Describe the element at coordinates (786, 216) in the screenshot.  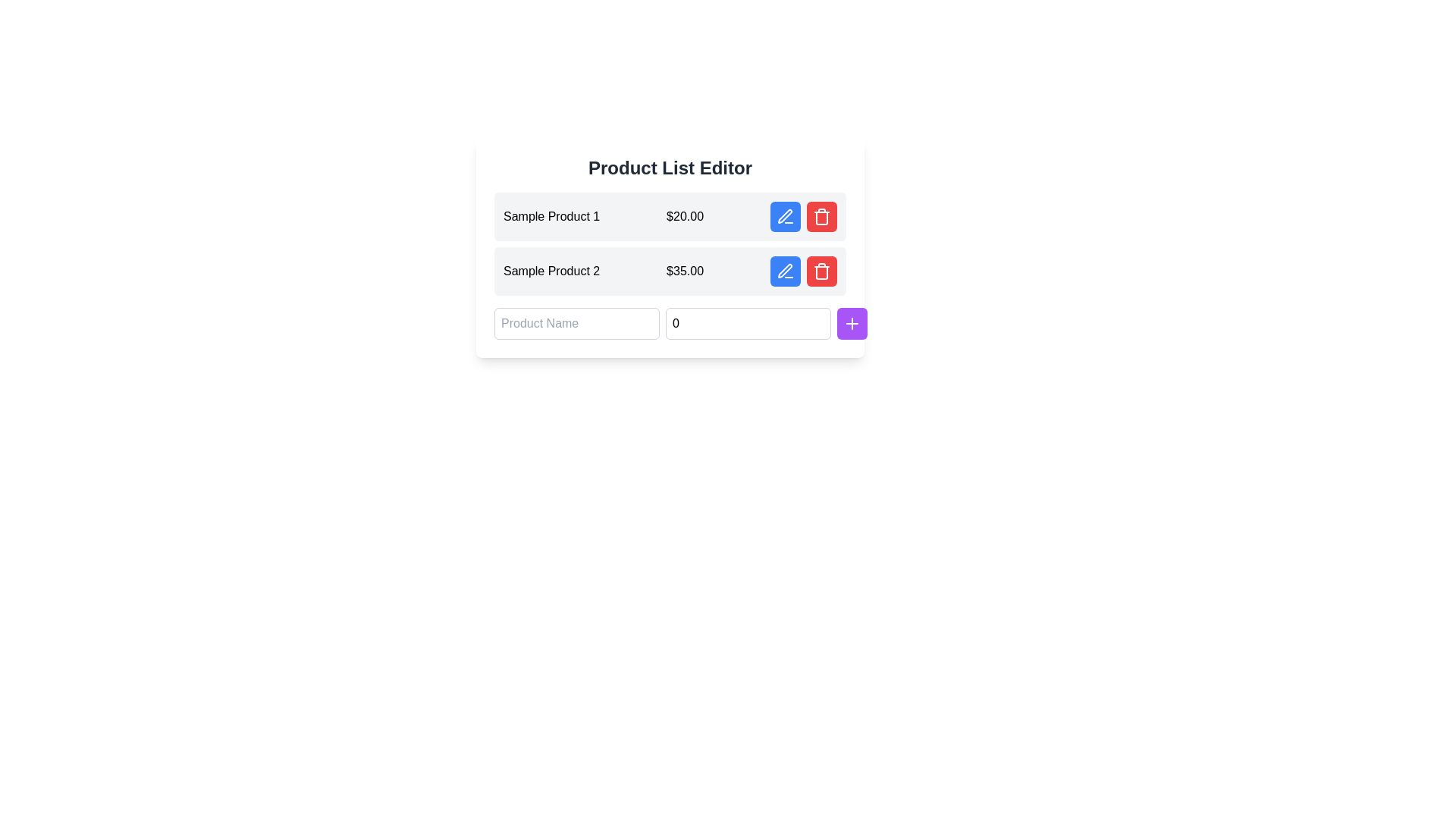
I see `the edit action button for 'Sample Product 1' in the product list table` at that location.